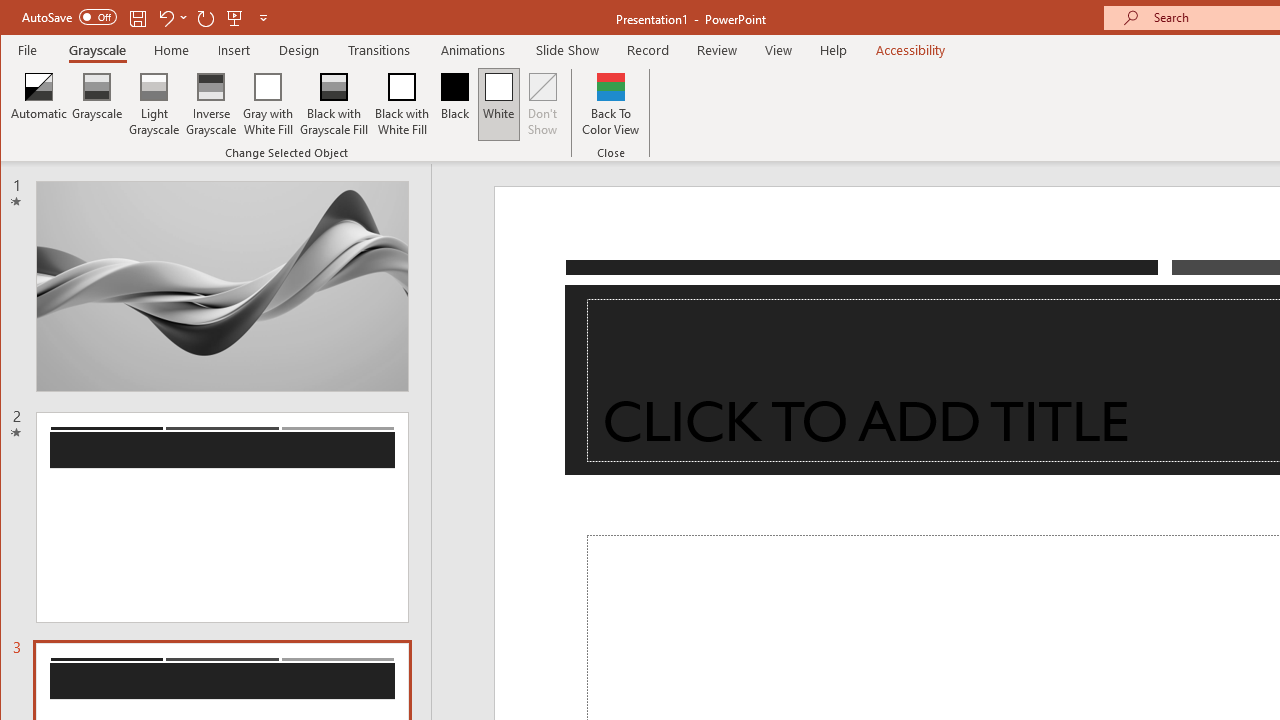  Describe the element at coordinates (334, 104) in the screenshot. I see `'Black with Grayscale Fill'` at that location.